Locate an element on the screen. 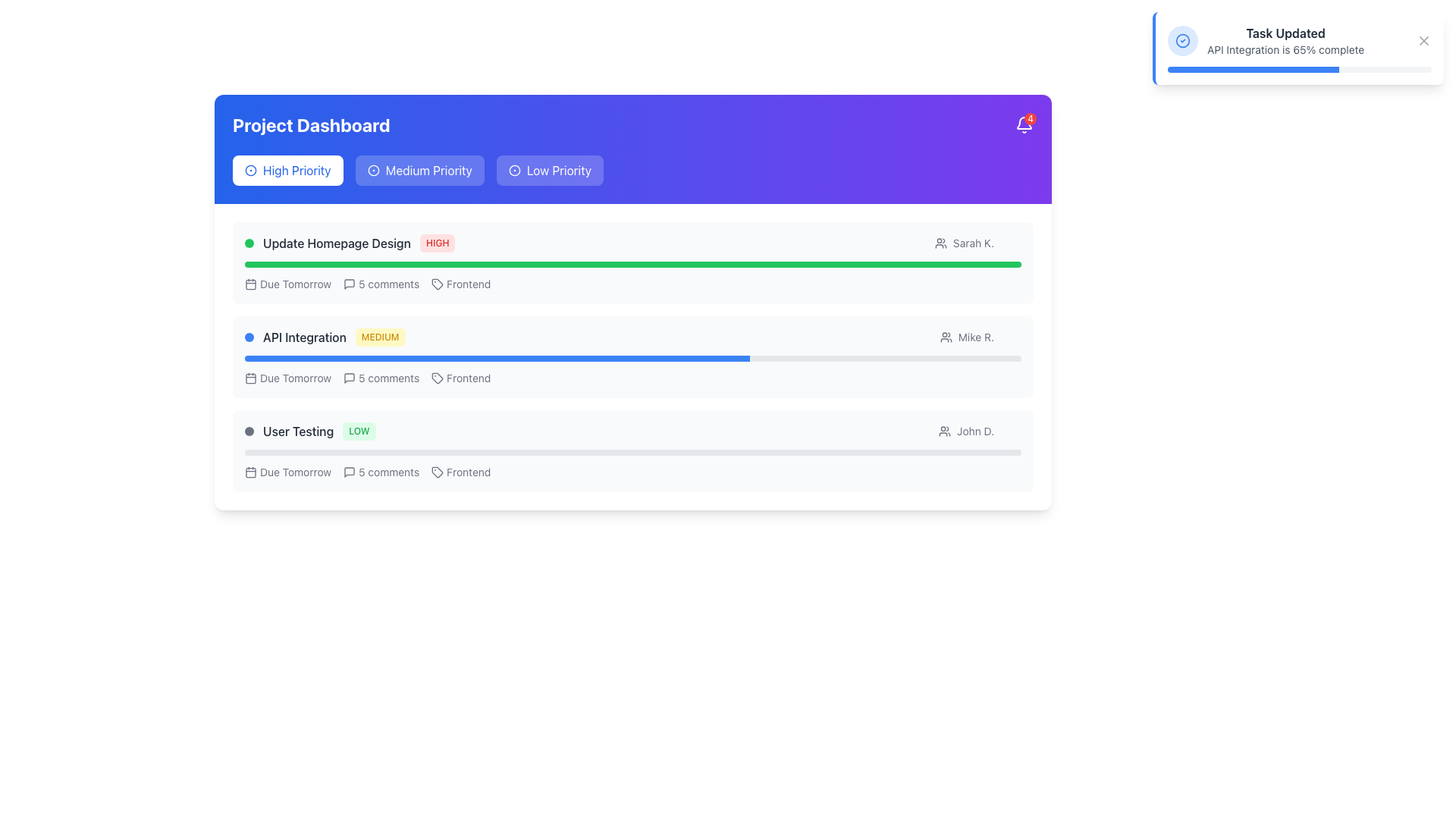 The height and width of the screenshot is (819, 1456). 'Frontend' text label located within the 'API Integration' task card, below the 'Due Tomorrow' date and comment count, and next to the tag icon is located at coordinates (468, 377).